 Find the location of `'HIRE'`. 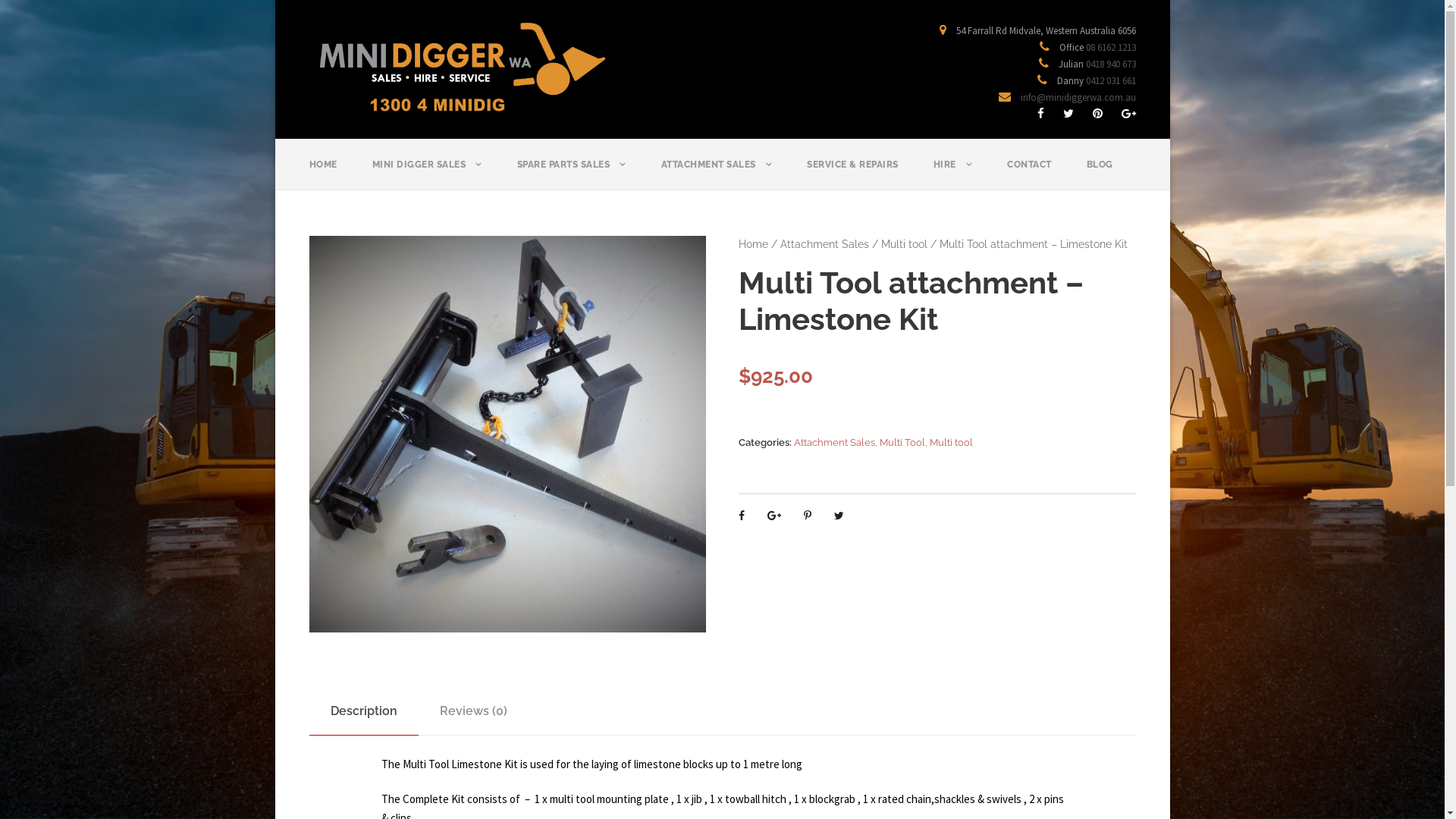

'HIRE' is located at coordinates (931, 172).